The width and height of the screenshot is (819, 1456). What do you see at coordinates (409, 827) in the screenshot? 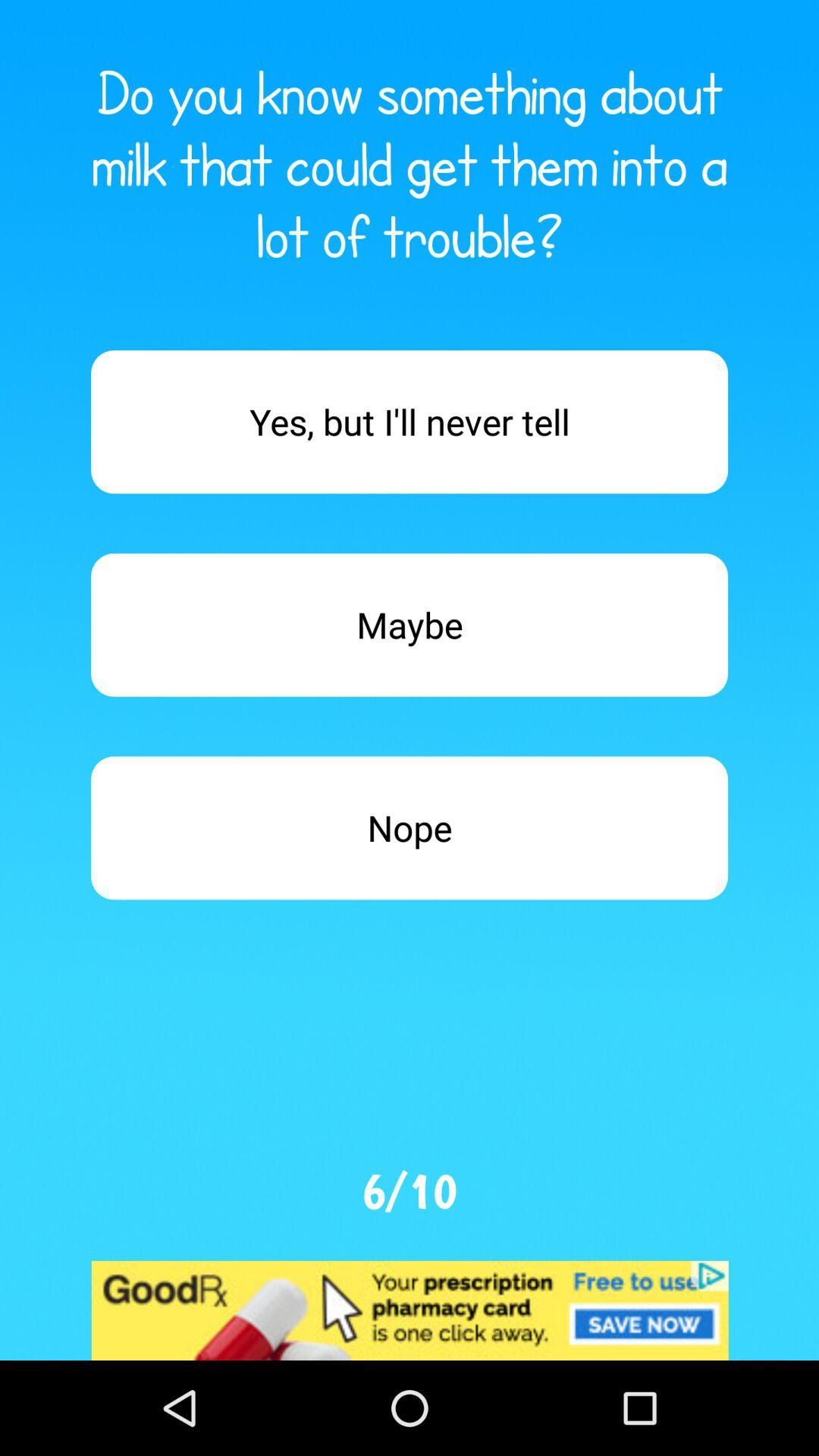
I see `chose the no option button` at bounding box center [409, 827].